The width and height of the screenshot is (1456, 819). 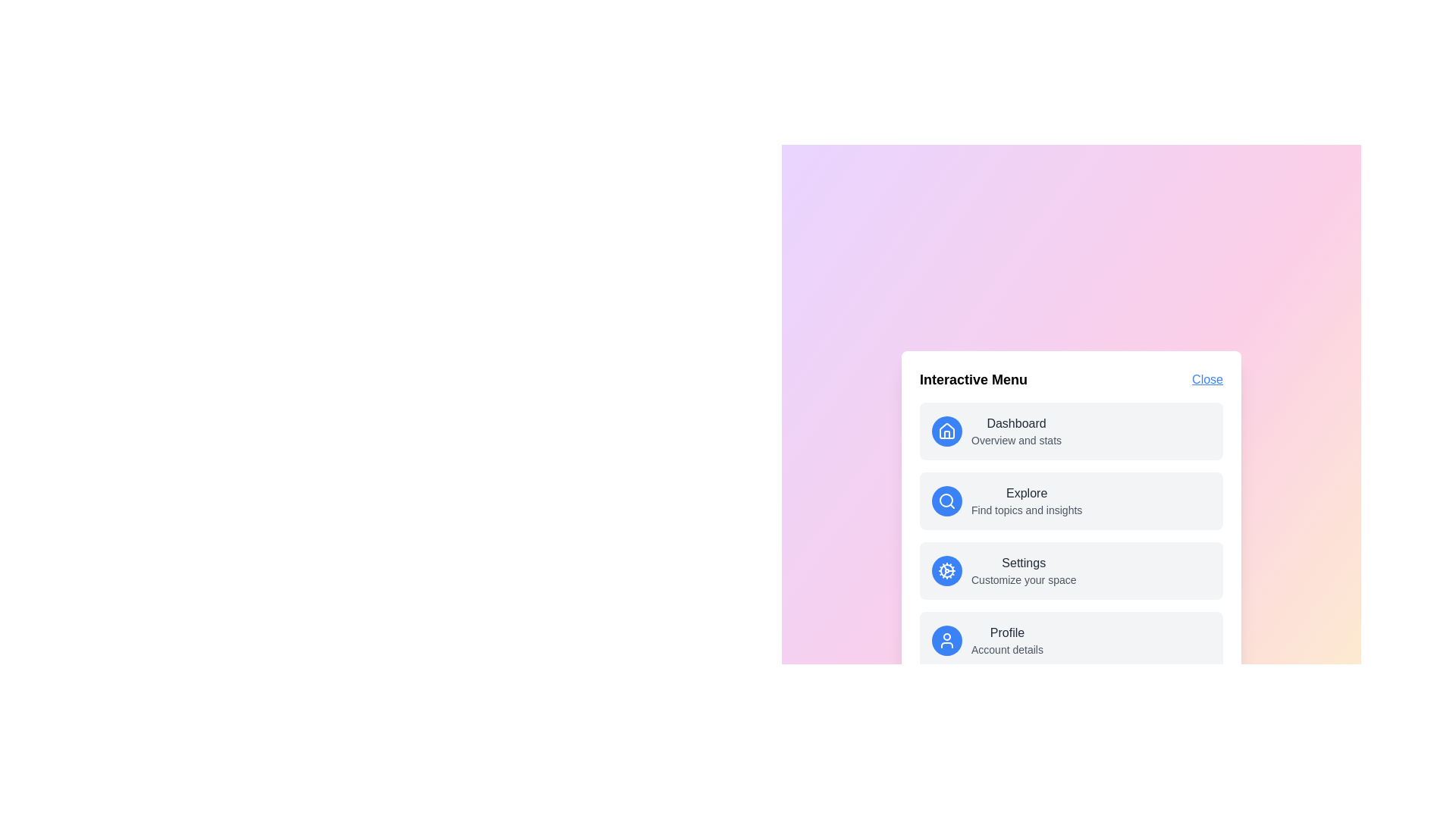 I want to click on the icon corresponding to Dashboard, so click(x=946, y=431).